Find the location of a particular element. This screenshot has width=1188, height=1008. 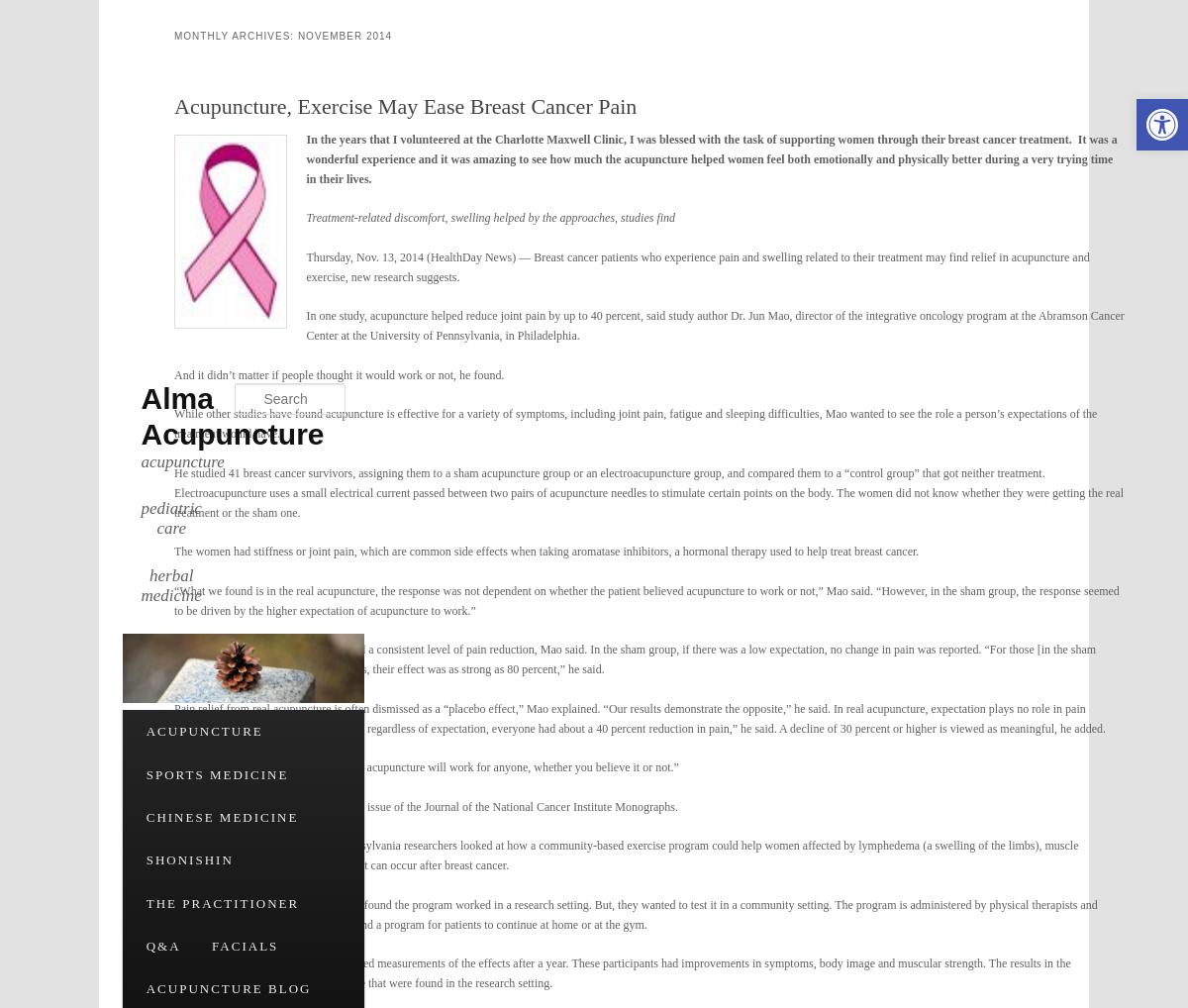

'Acupuncture, Exercise May Ease Breast Cancer Pain' is located at coordinates (405, 105).